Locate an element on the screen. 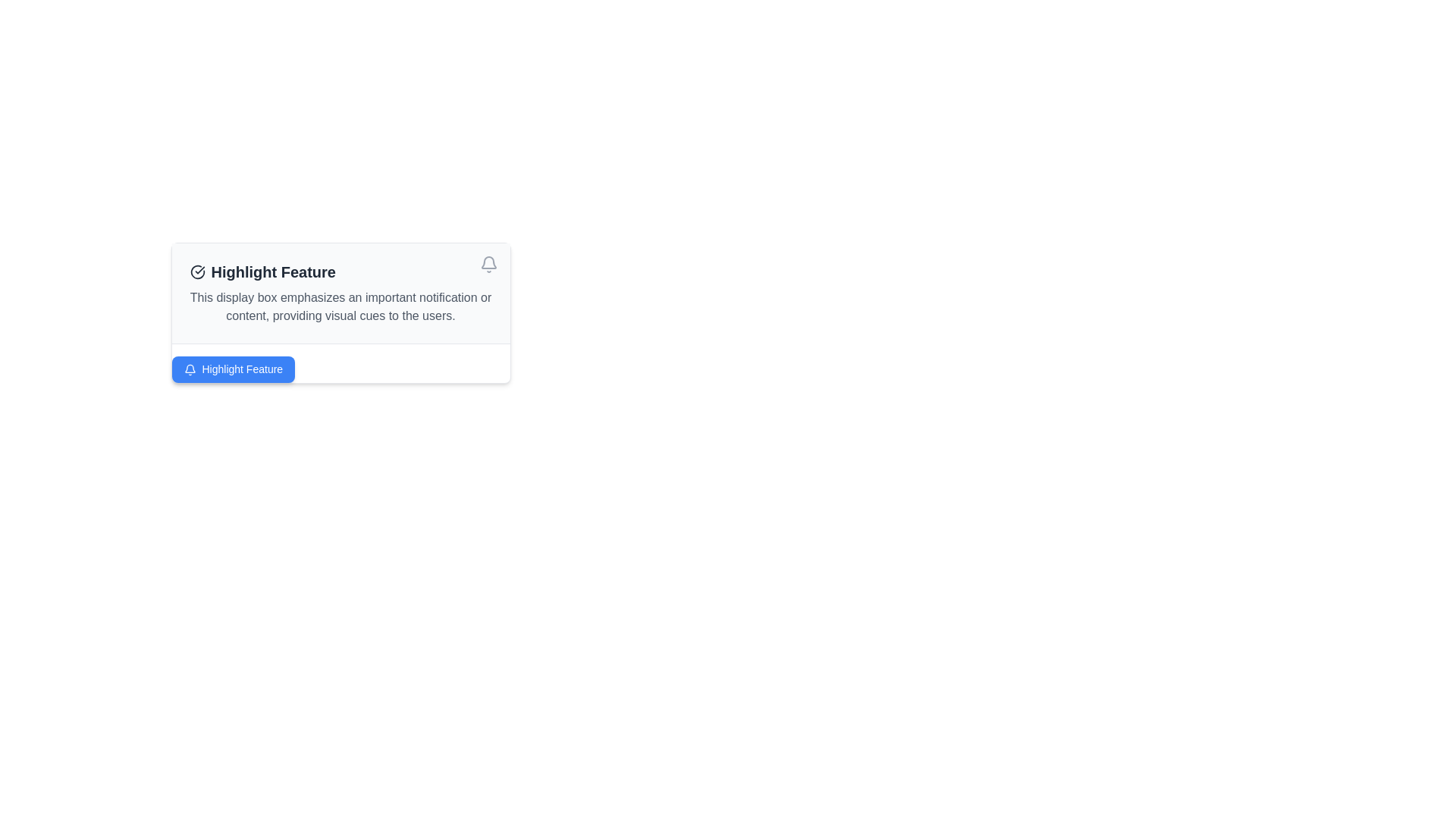 The image size is (1456, 819). the text label 'Highlight Feature' which is styled with white font on a blue button background, located at the bottom of the display box and positioned to the right of a bell icon is located at coordinates (241, 369).